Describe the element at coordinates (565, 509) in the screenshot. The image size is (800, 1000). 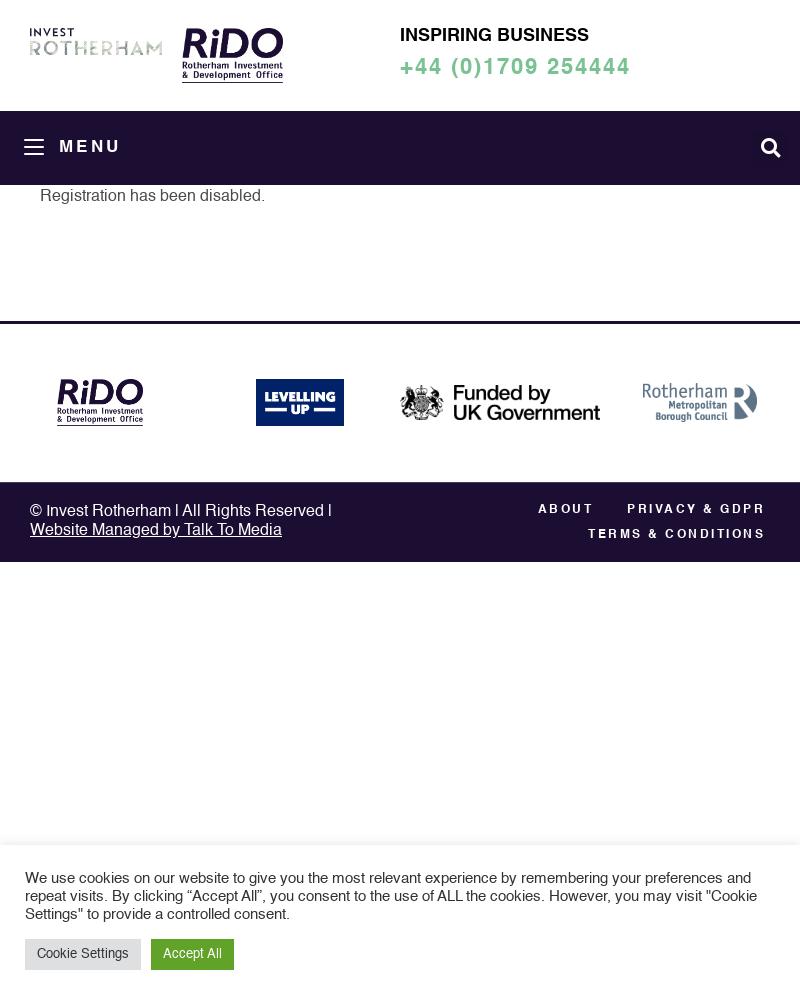
I see `'About'` at that location.